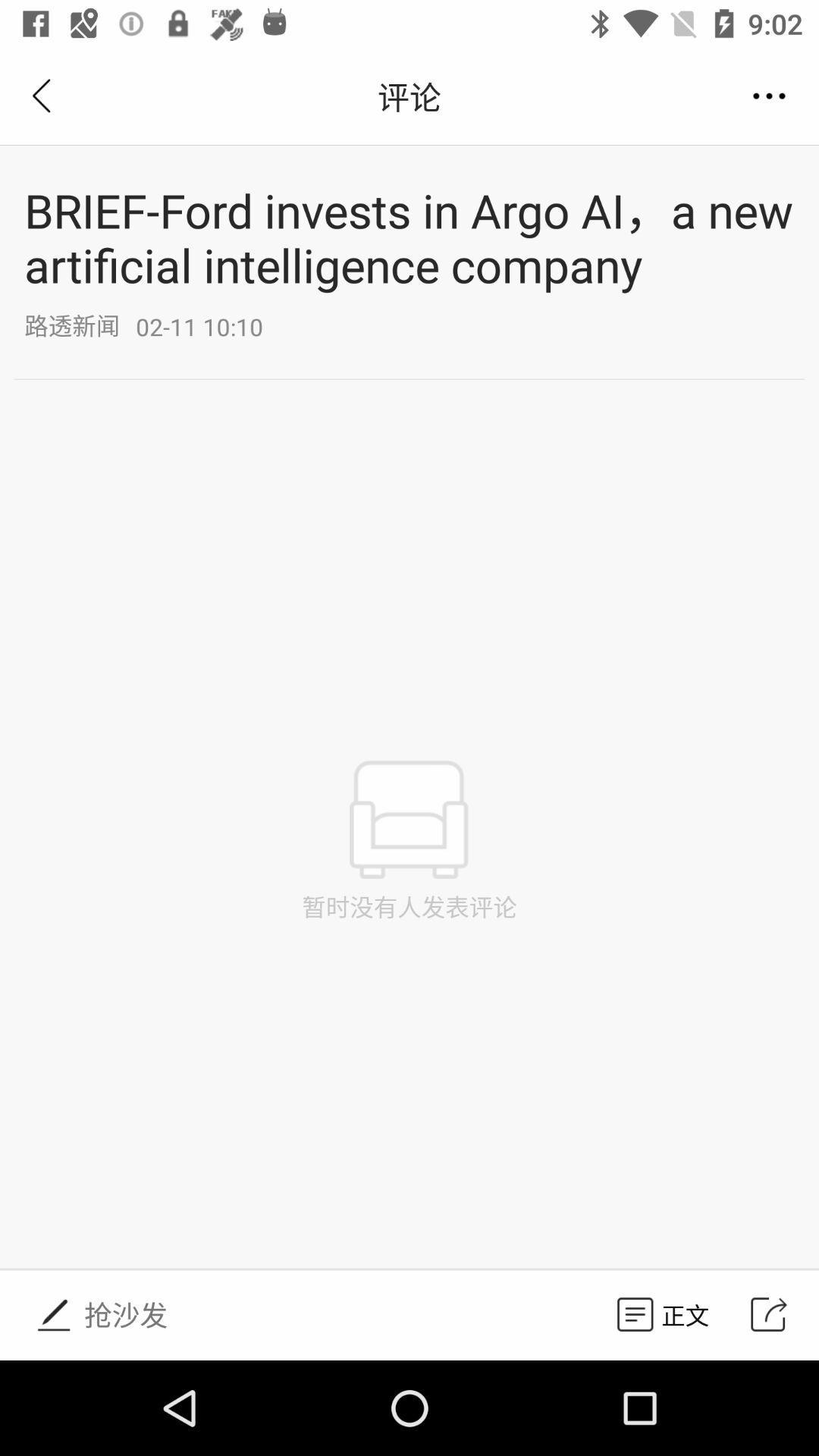 The height and width of the screenshot is (1456, 819). What do you see at coordinates (43, 96) in the screenshot?
I see `the previous button` at bounding box center [43, 96].